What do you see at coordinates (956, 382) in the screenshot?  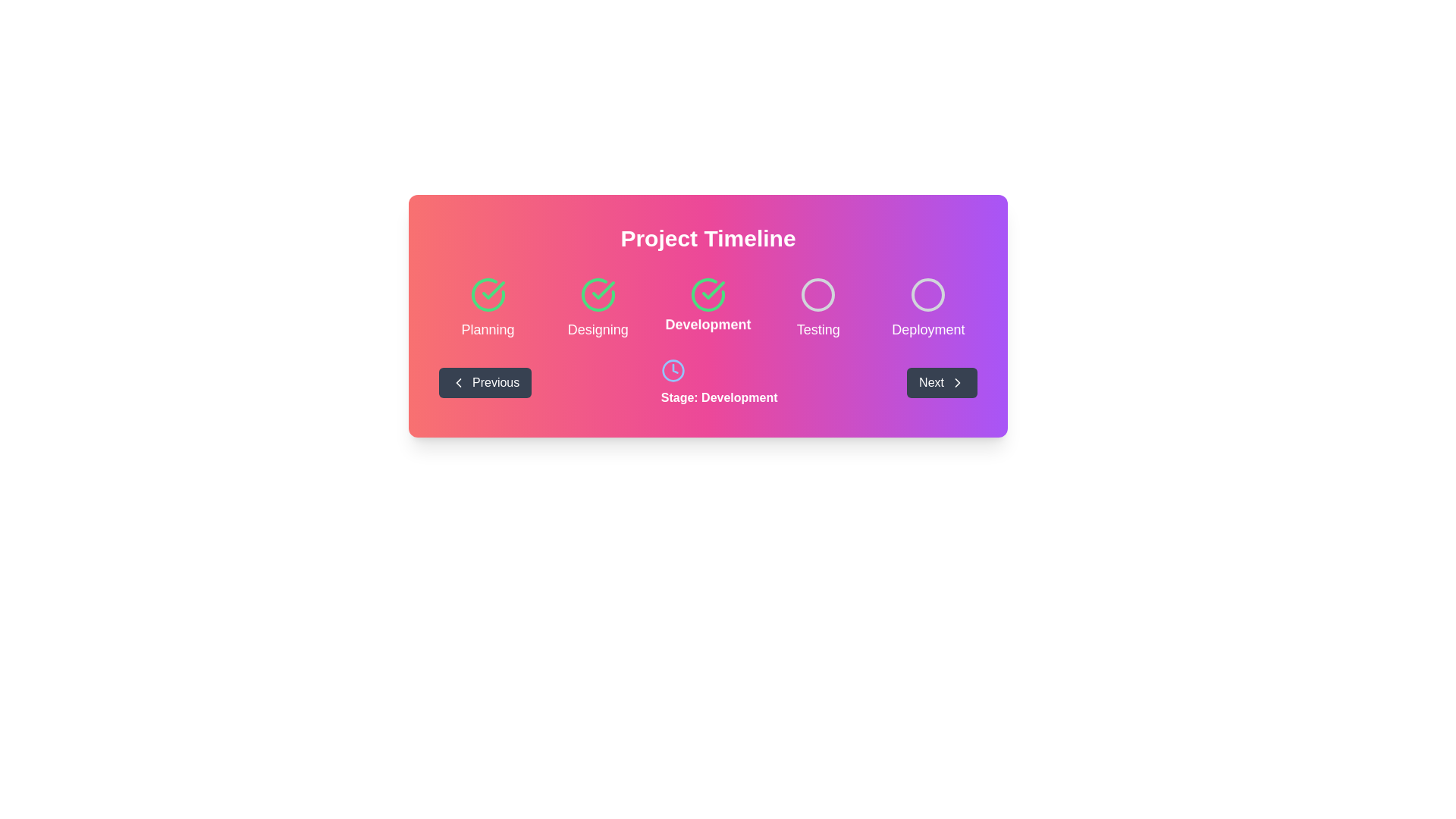 I see `the Chevron icon located centrally within the 'Next' button at the bottom-right corner of the gradient-colored project timeline card for navigation` at bounding box center [956, 382].